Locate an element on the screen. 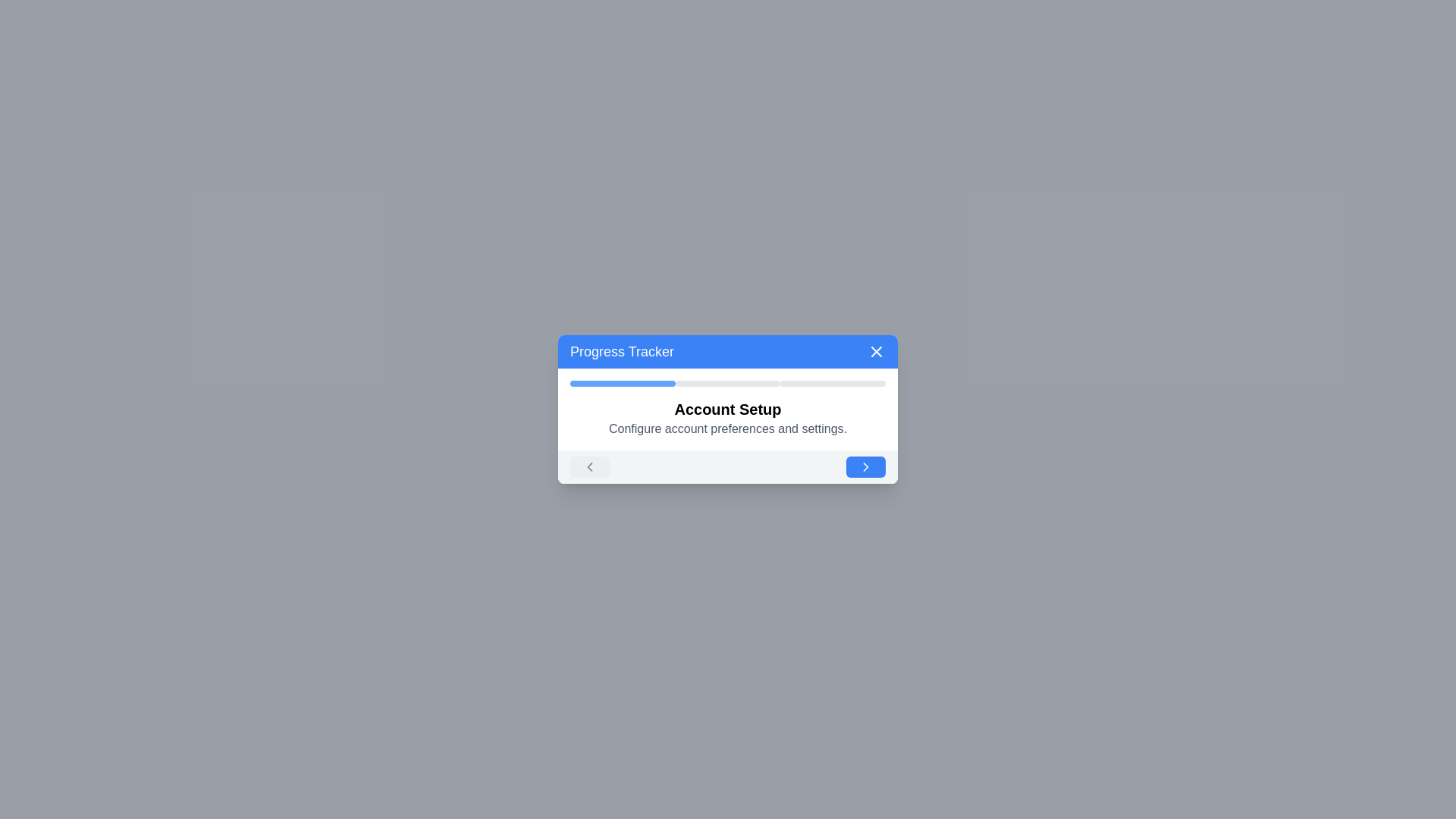 The height and width of the screenshot is (819, 1456). the horizontal progress bar located at the top of the 'Progress Tracker' modal dialog, which is filled with blue color on the left segment and gray on the right segments is located at coordinates (728, 382).